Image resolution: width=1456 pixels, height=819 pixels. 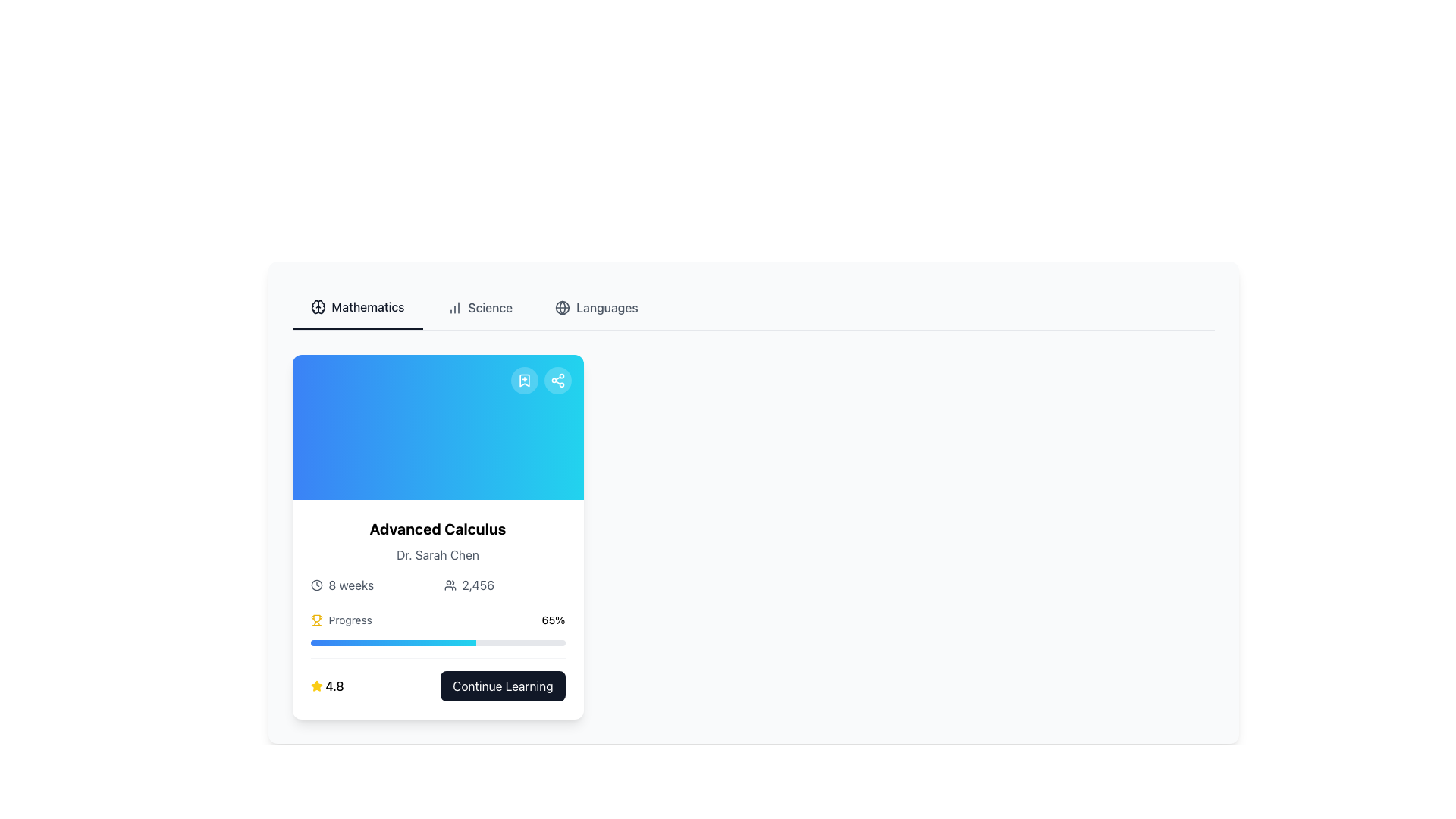 I want to click on the play button located centrally within the rectangular banner at the top portion of the course card to observe the hover effect, so click(x=437, y=427).